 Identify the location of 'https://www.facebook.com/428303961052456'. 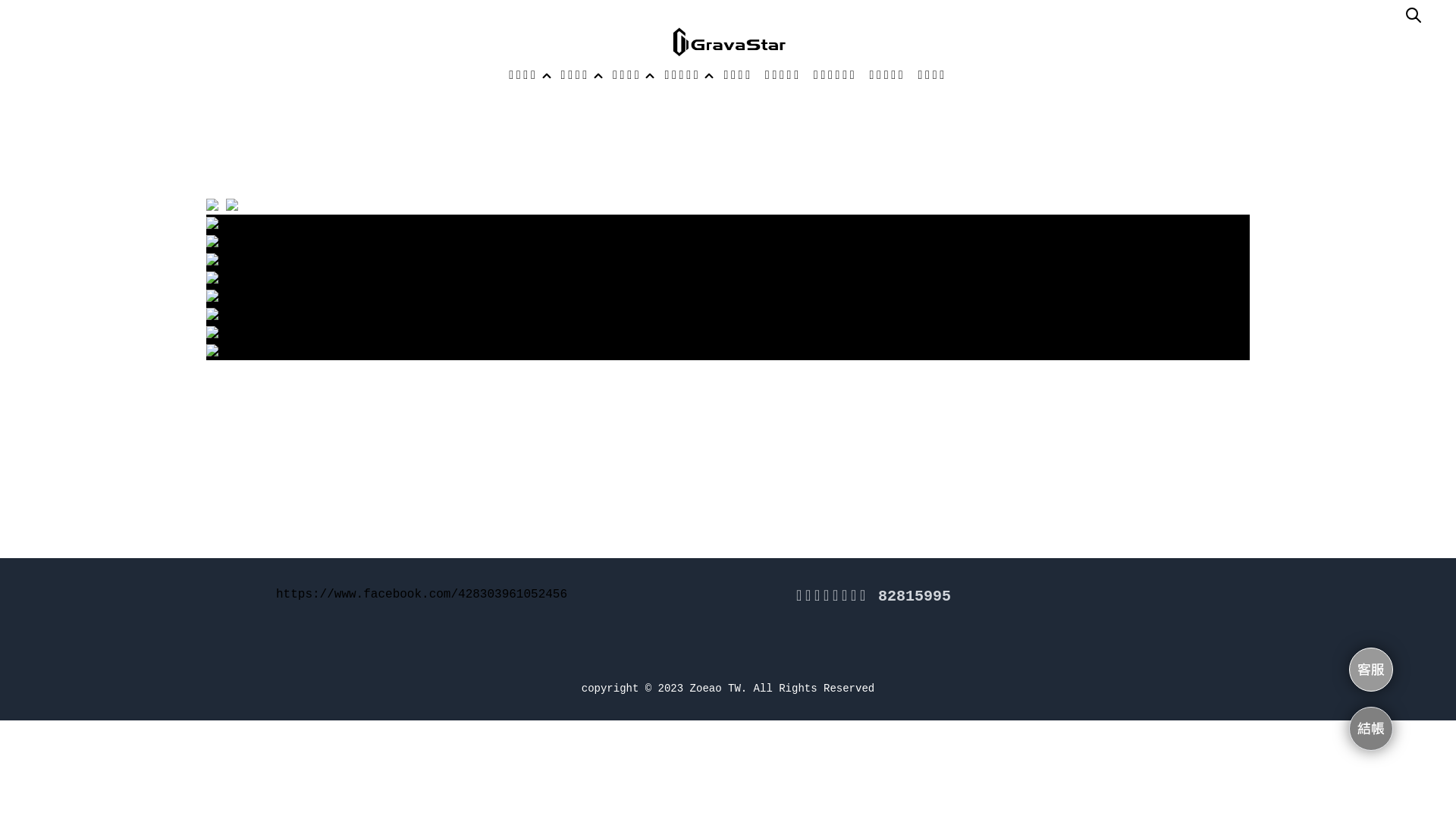
(422, 593).